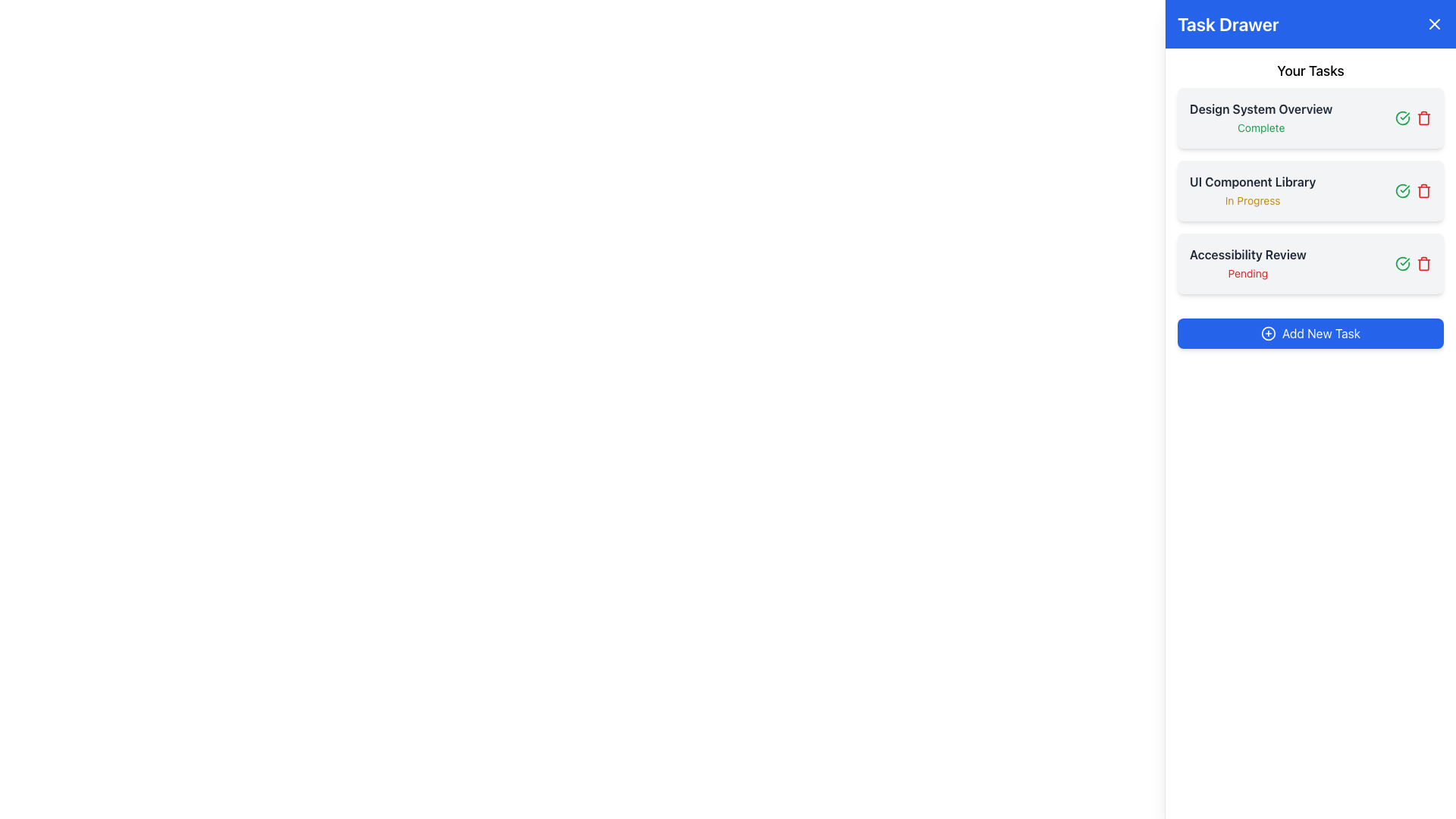  I want to click on the small blue button with a white 'X' mark located on the top-right section of the 'Task Drawer' header, so click(1433, 24).